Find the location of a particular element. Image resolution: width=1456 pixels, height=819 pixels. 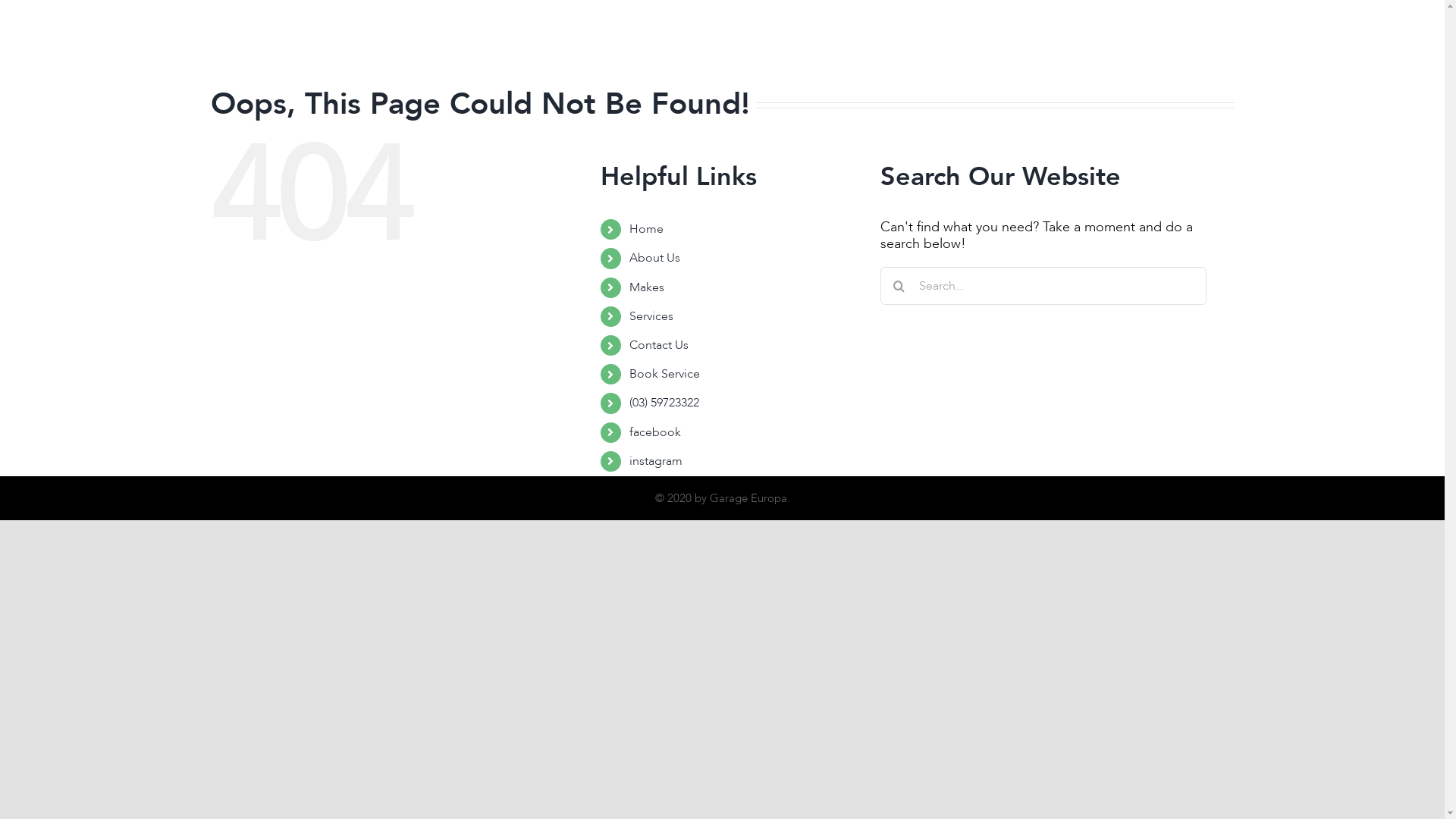

'About Us' is located at coordinates (654, 256).